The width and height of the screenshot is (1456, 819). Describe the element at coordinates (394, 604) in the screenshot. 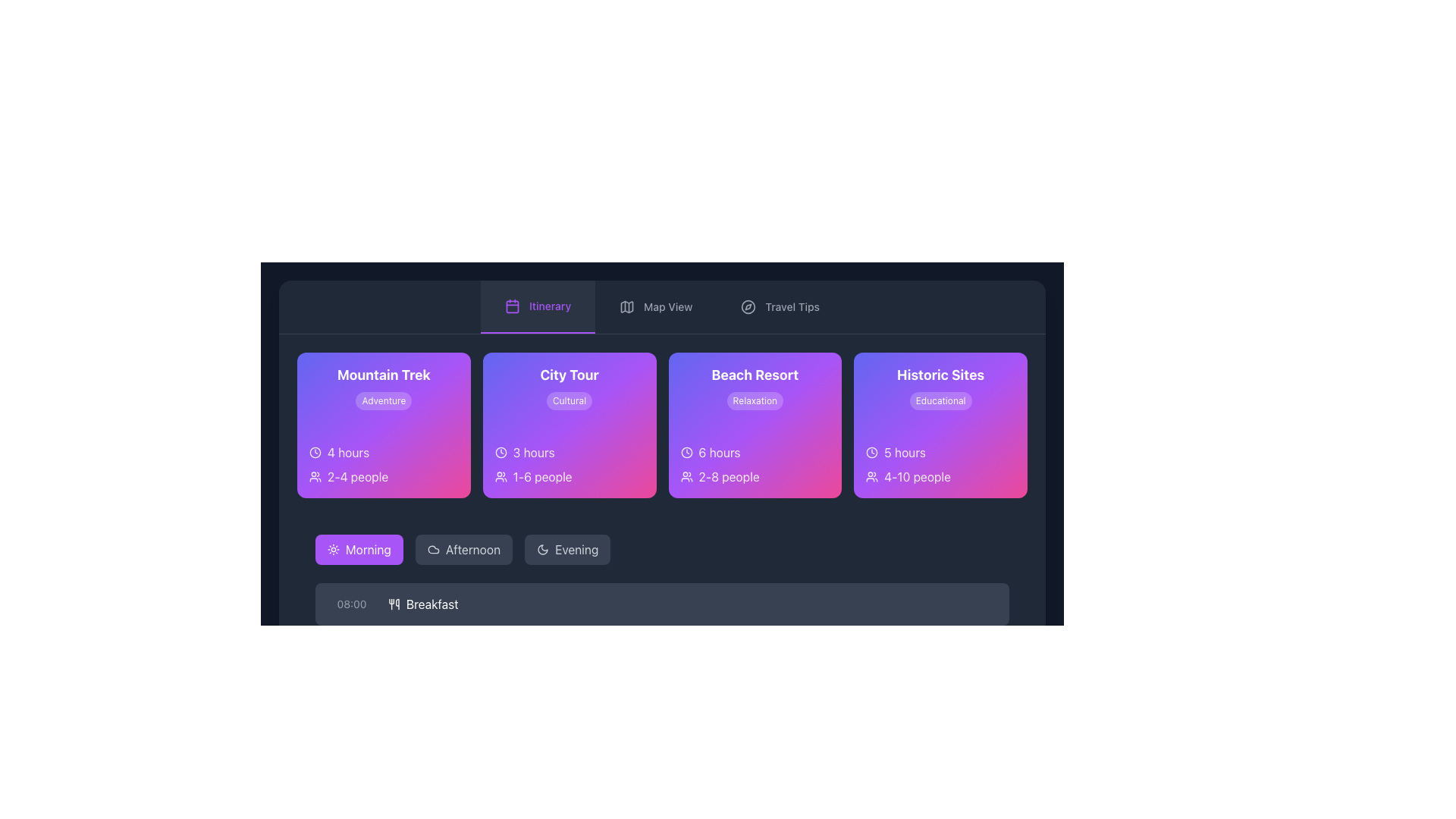

I see `the dining utensils icon` at that location.